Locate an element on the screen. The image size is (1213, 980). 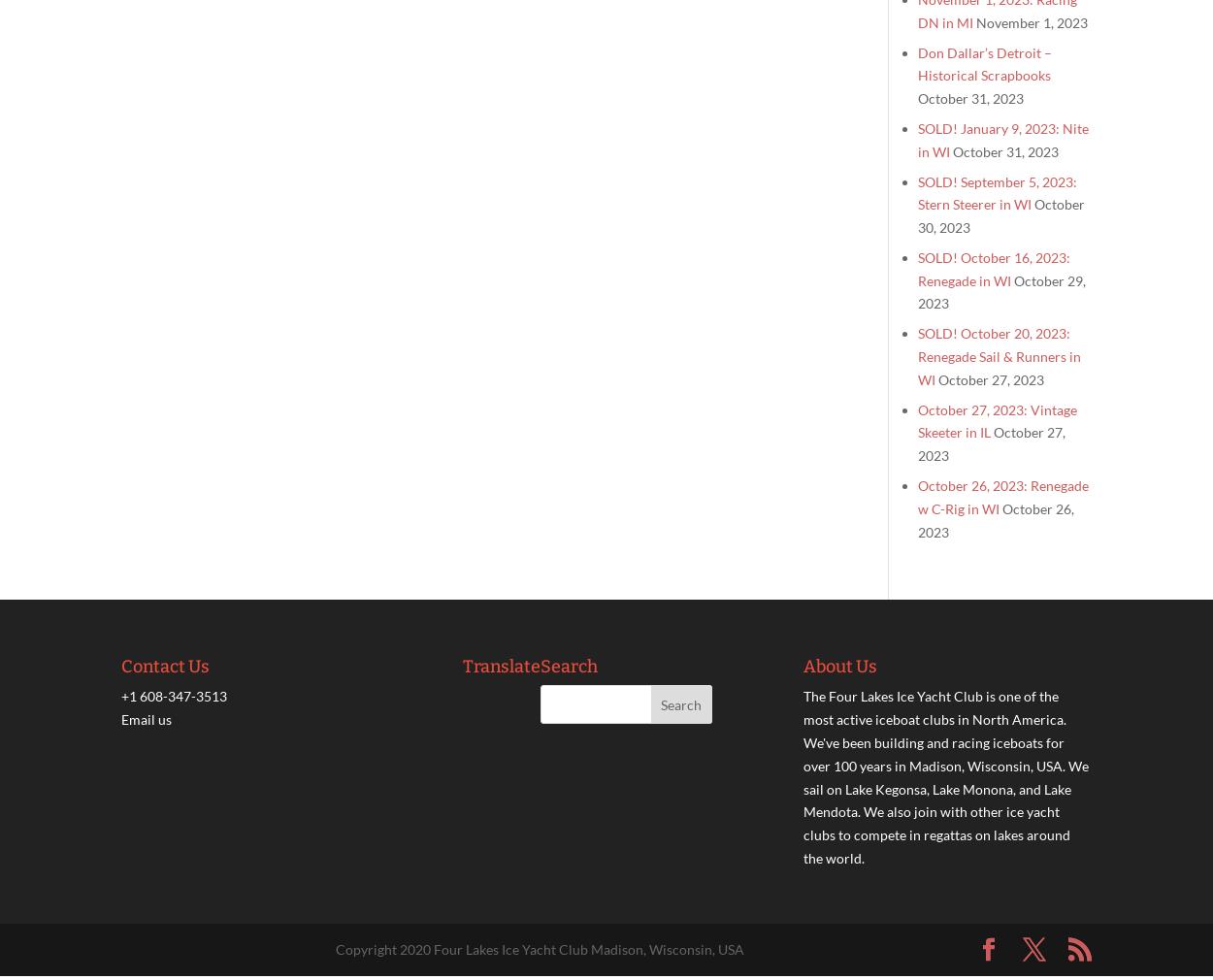
'SOLD! October 16, 2023: Renegade in WI' is located at coordinates (994, 268).